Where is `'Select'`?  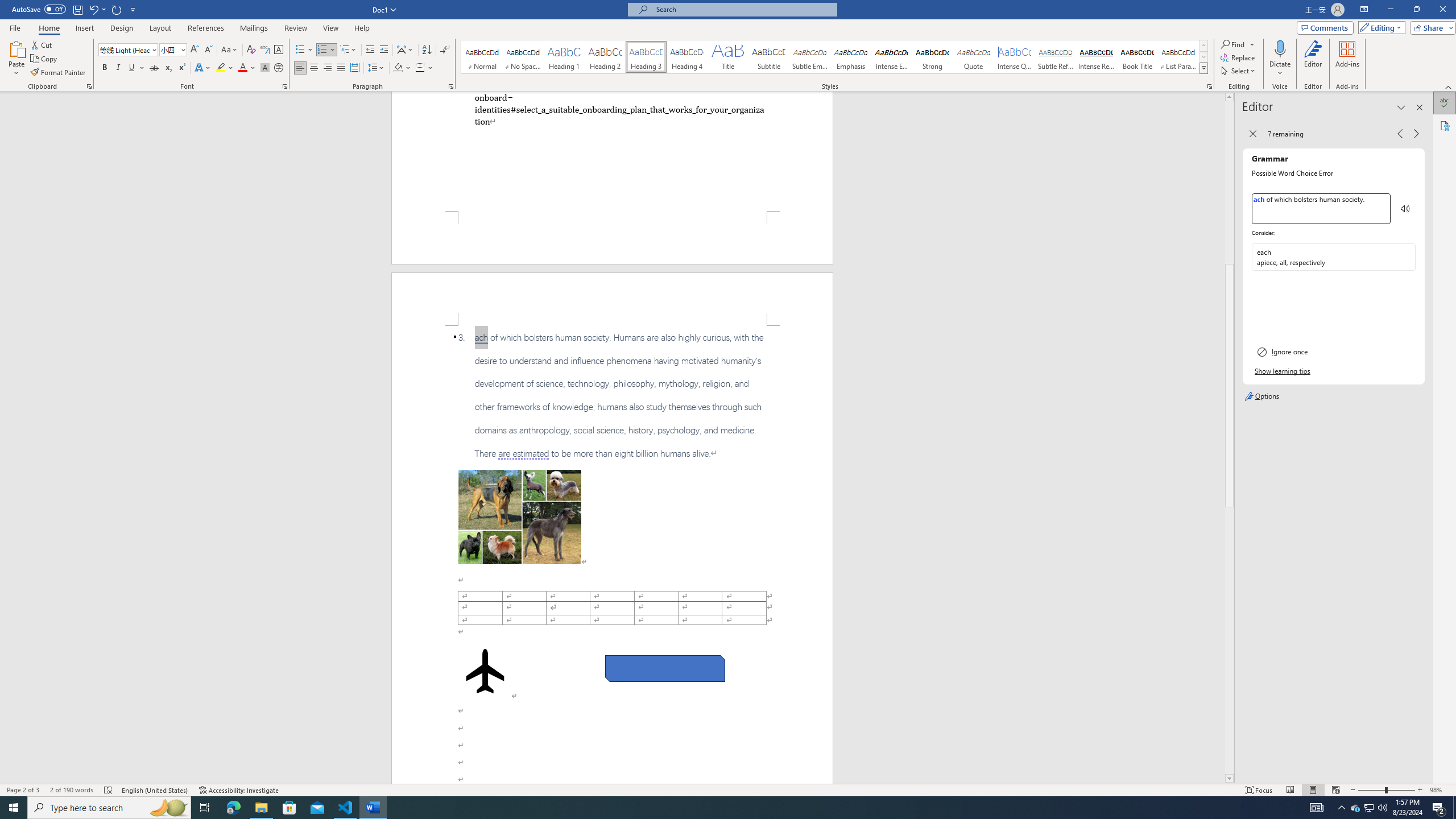 'Select' is located at coordinates (1238, 69).